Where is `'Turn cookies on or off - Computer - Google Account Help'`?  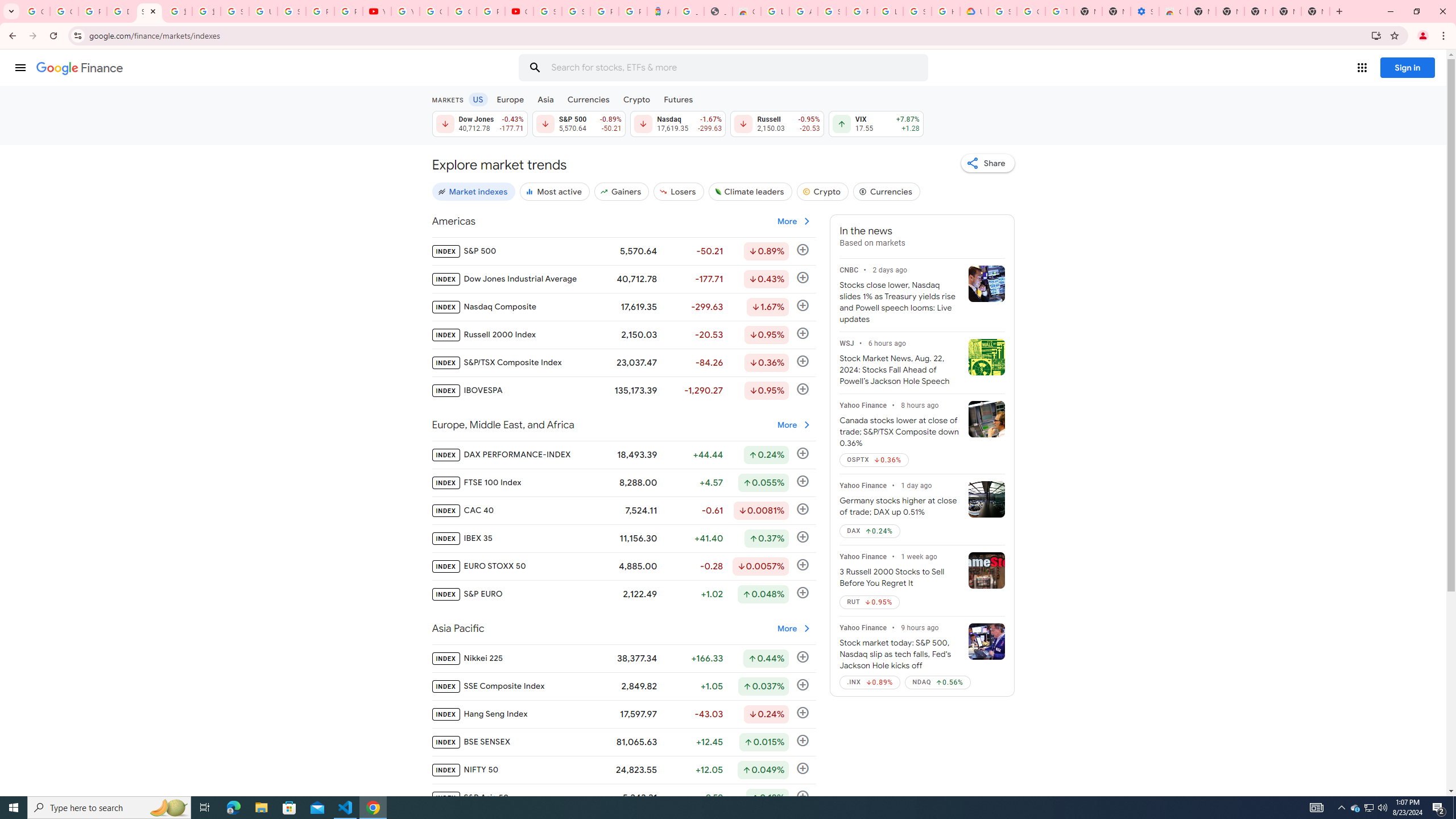
'Turn cookies on or off - Computer - Google Account Help' is located at coordinates (1059, 11).